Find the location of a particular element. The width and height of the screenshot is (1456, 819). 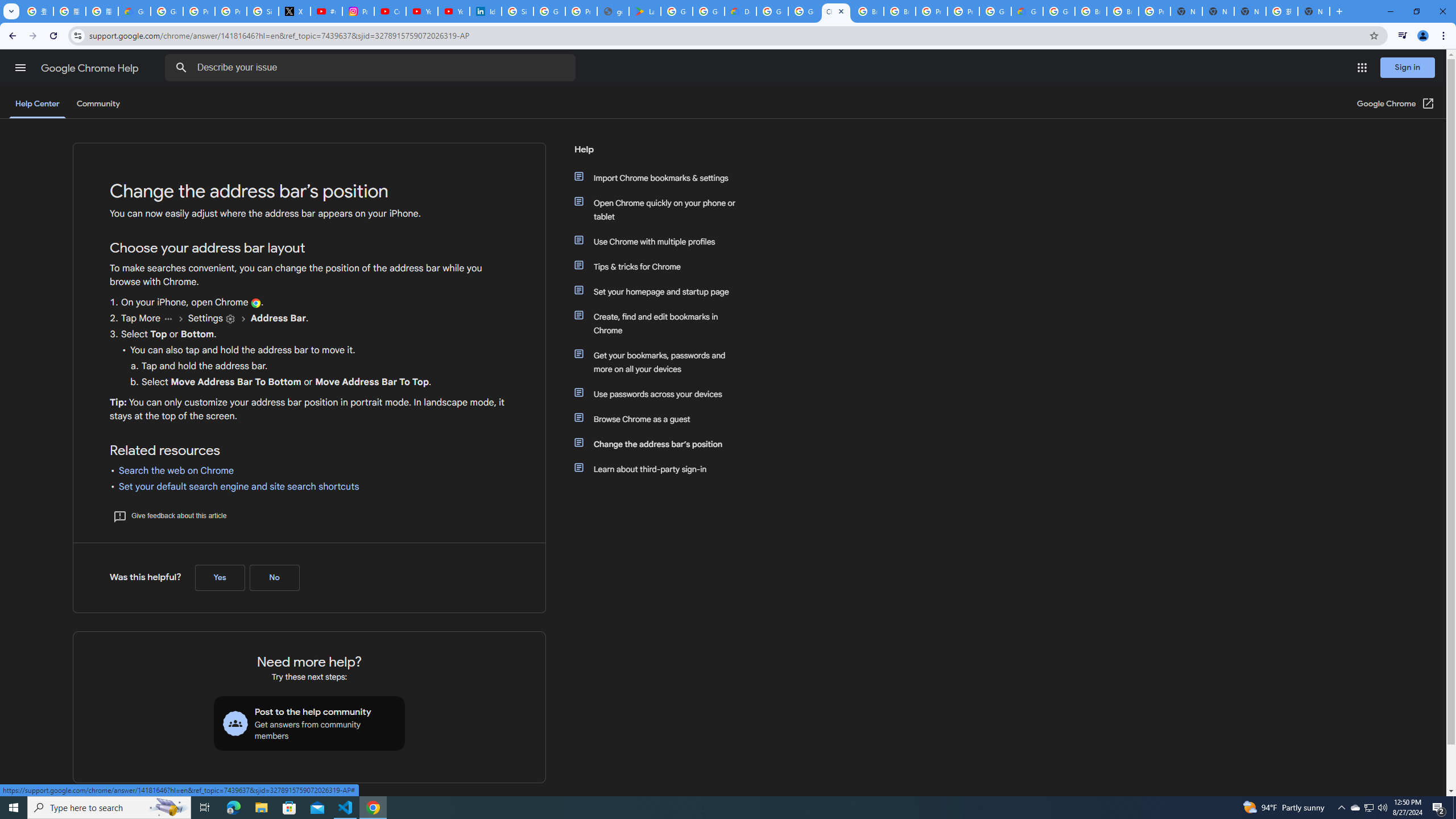

'Describe your issue' is located at coordinates (371, 67).